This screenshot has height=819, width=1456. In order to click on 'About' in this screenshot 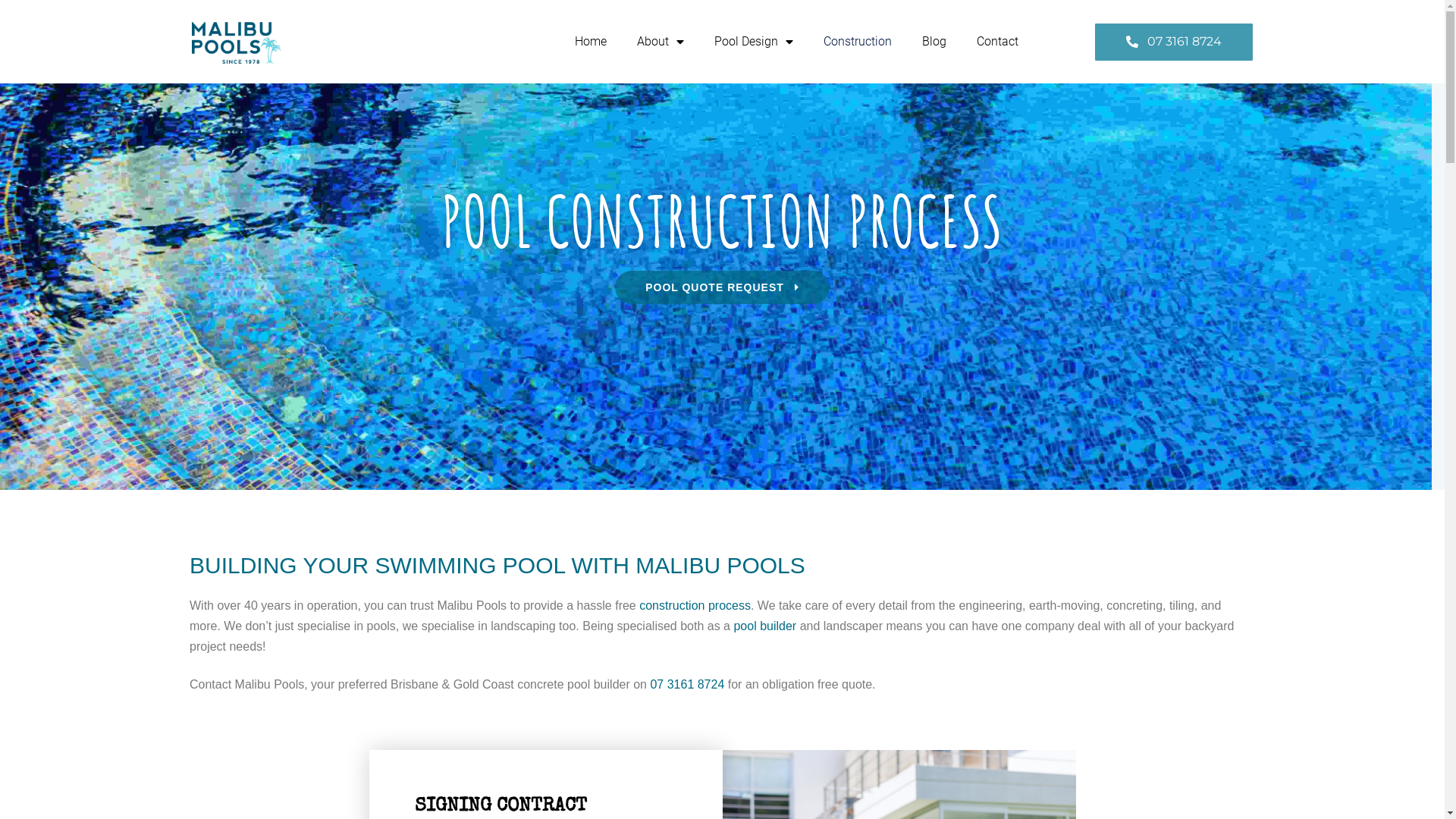, I will do `click(660, 40)`.